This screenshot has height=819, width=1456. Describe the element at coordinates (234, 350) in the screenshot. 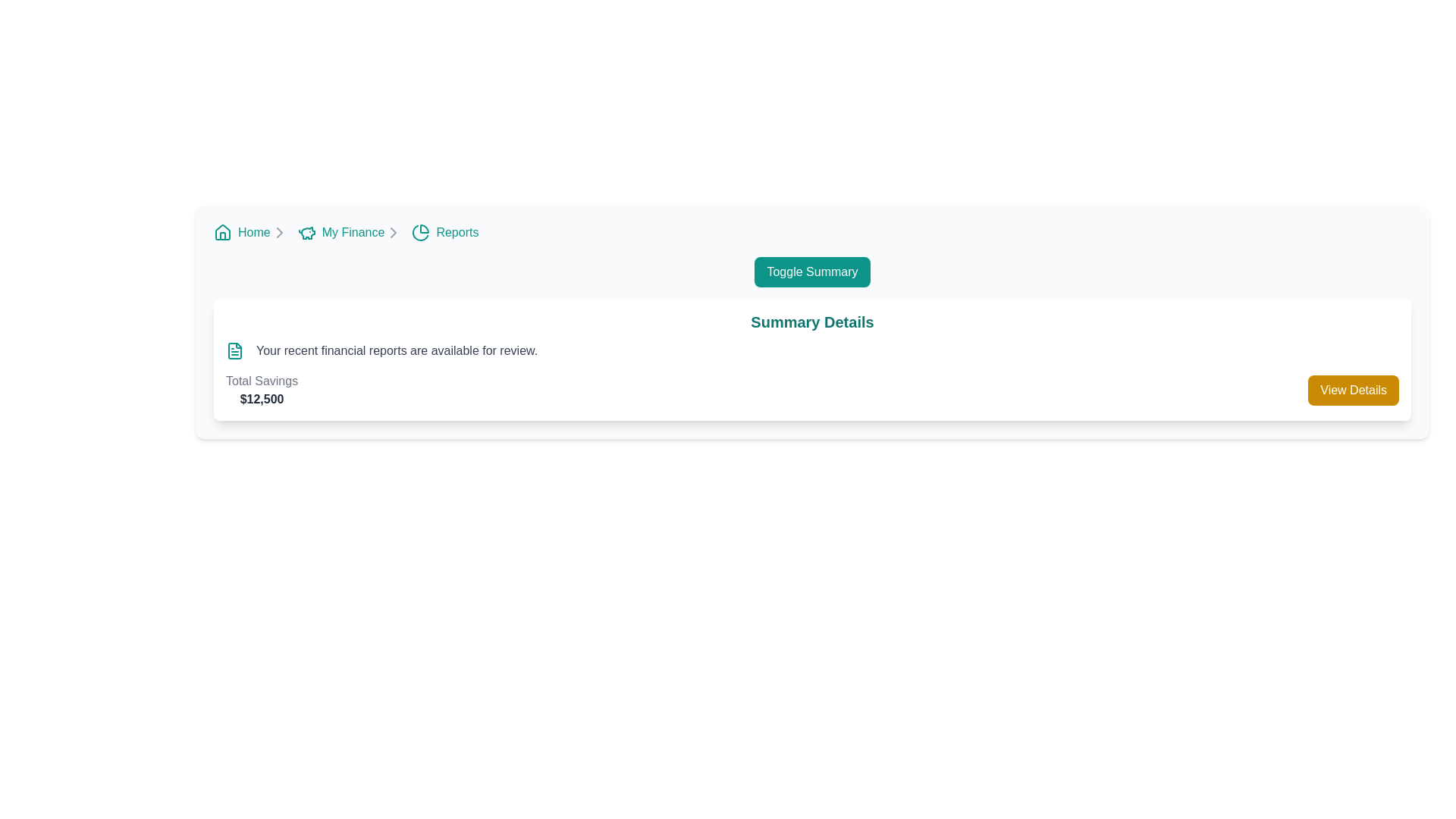

I see `the visual appearance of the teal-colored document icon located to the left of the sentence 'Your recent financial reports are available for review.'` at that location.